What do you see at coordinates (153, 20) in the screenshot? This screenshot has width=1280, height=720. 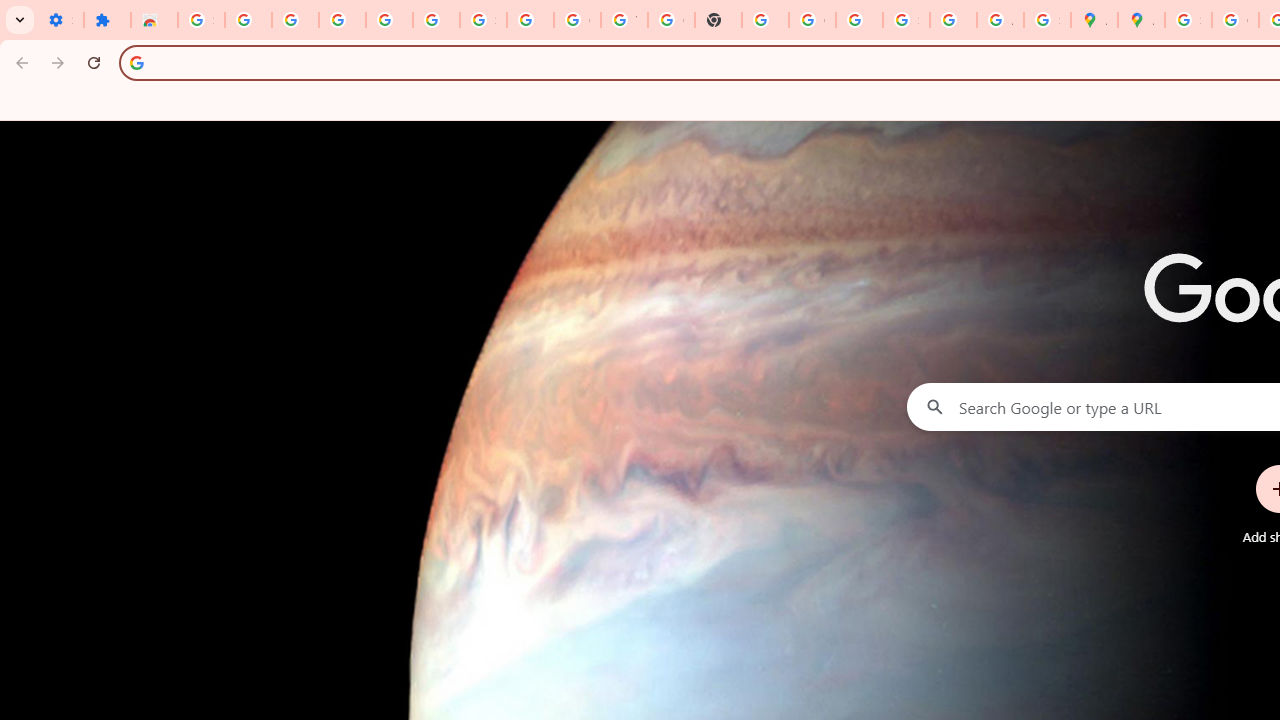 I see `'Reviews: Helix Fruit Jump Arcade Game'` at bounding box center [153, 20].